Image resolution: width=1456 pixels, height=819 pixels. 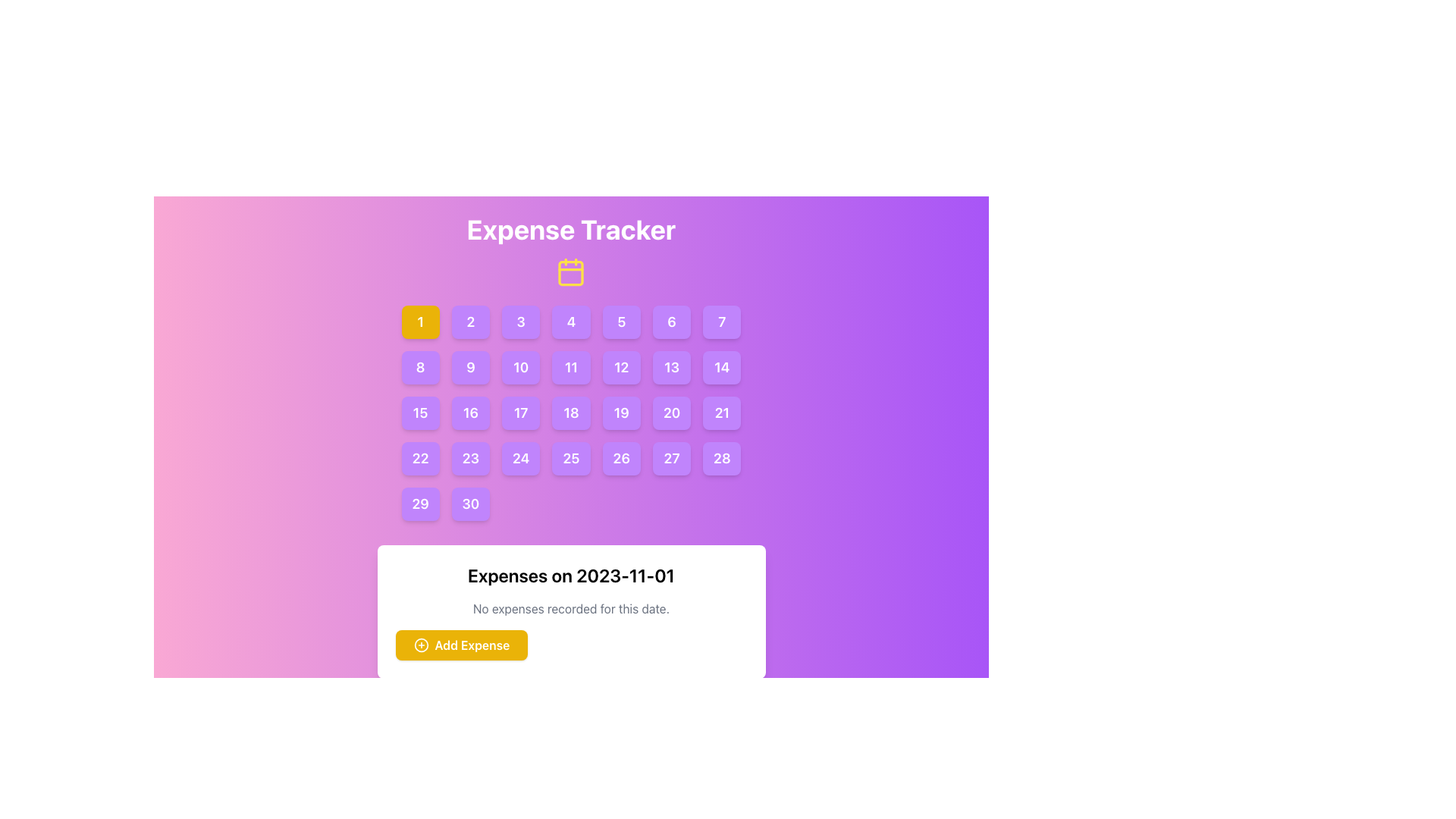 I want to click on the calendar date button representing the 20th day to trigger visual feedback, so click(x=671, y=413).